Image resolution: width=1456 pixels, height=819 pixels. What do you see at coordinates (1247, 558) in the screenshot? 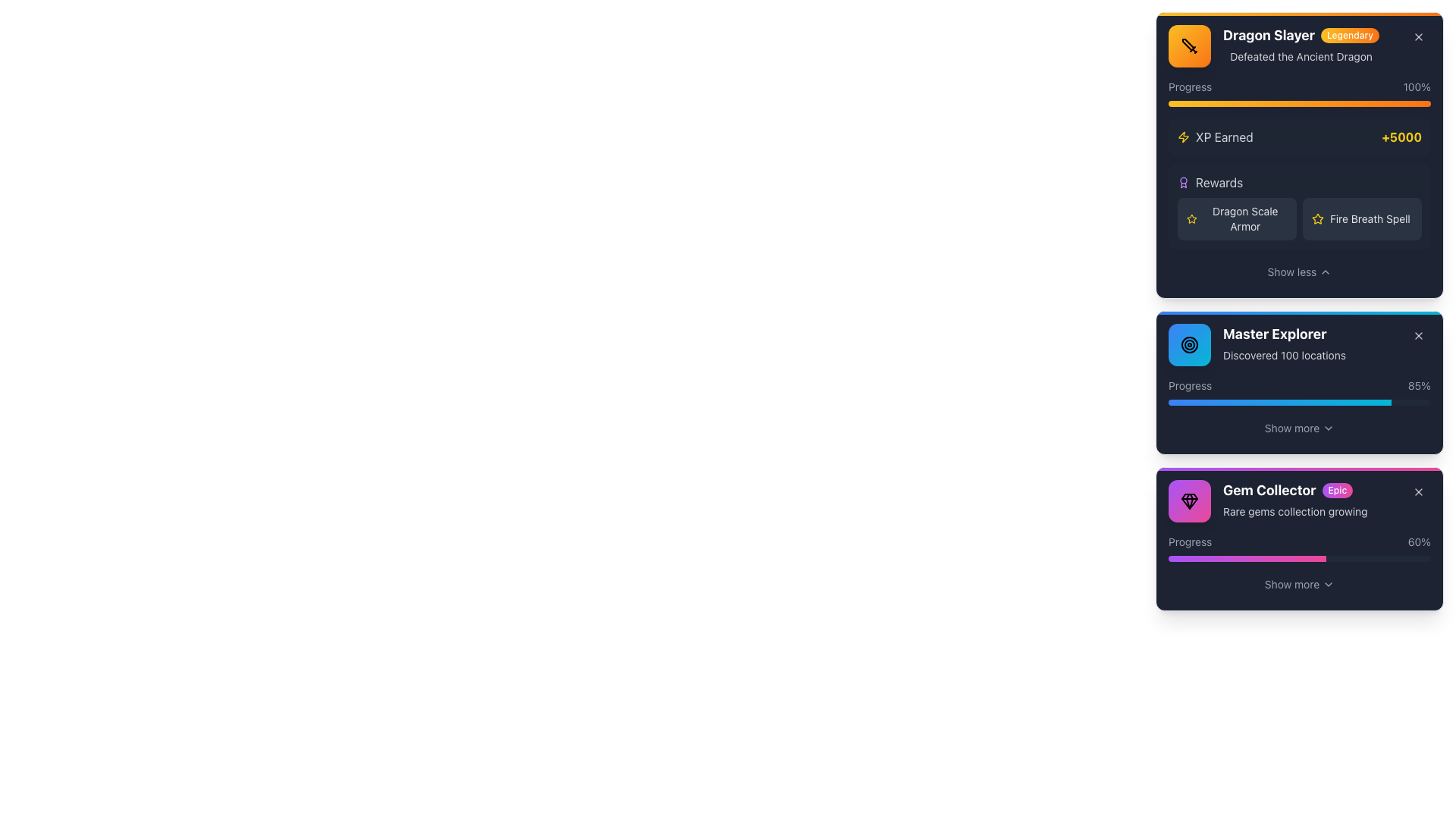
I see `the filled section of the progress bar in the 'Gem Collector' card, located below the 'Progress' label, which is filled with a gradient color from purple to pink` at bounding box center [1247, 558].